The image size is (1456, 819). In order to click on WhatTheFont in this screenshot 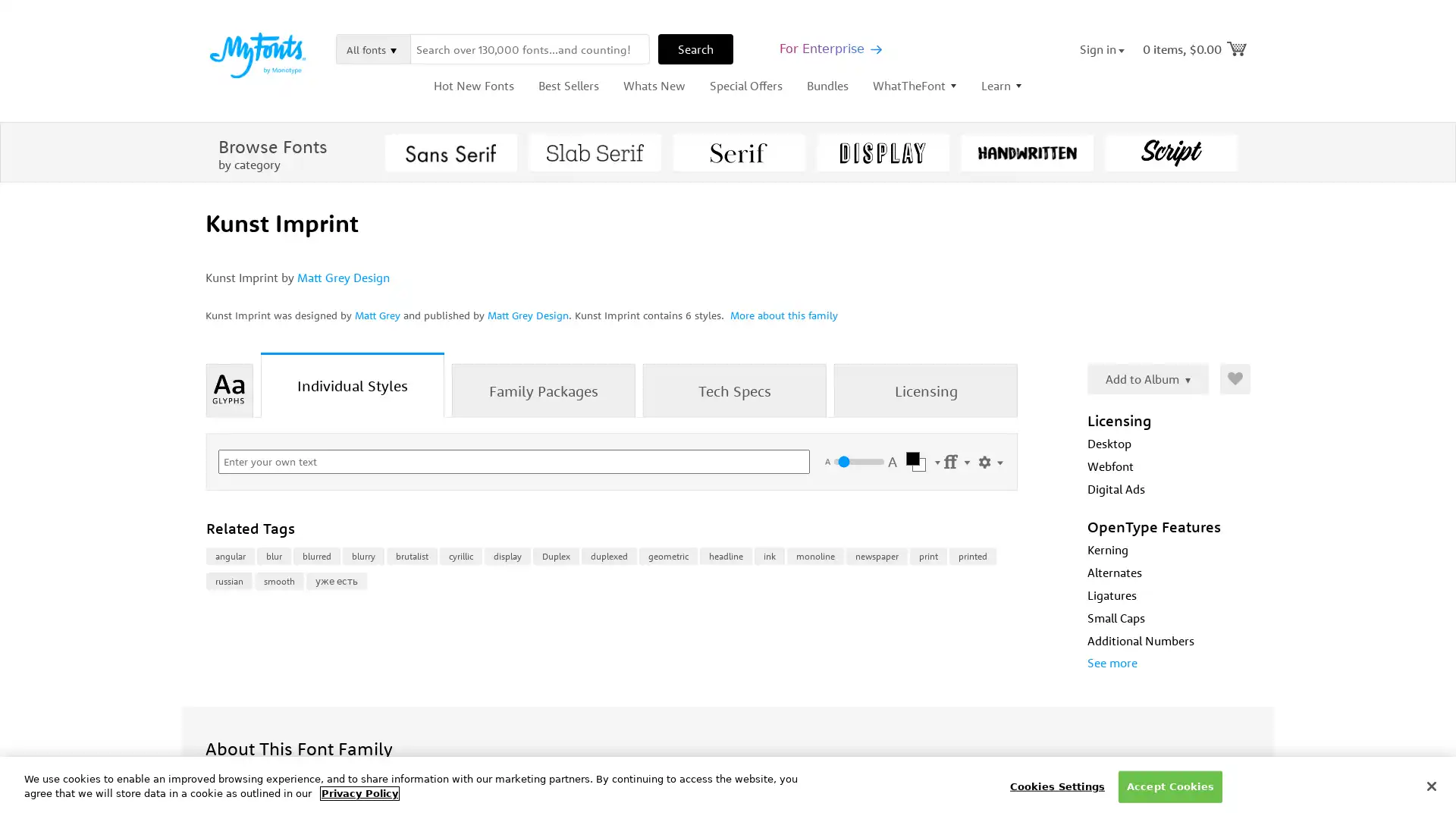, I will do `click(914, 85)`.